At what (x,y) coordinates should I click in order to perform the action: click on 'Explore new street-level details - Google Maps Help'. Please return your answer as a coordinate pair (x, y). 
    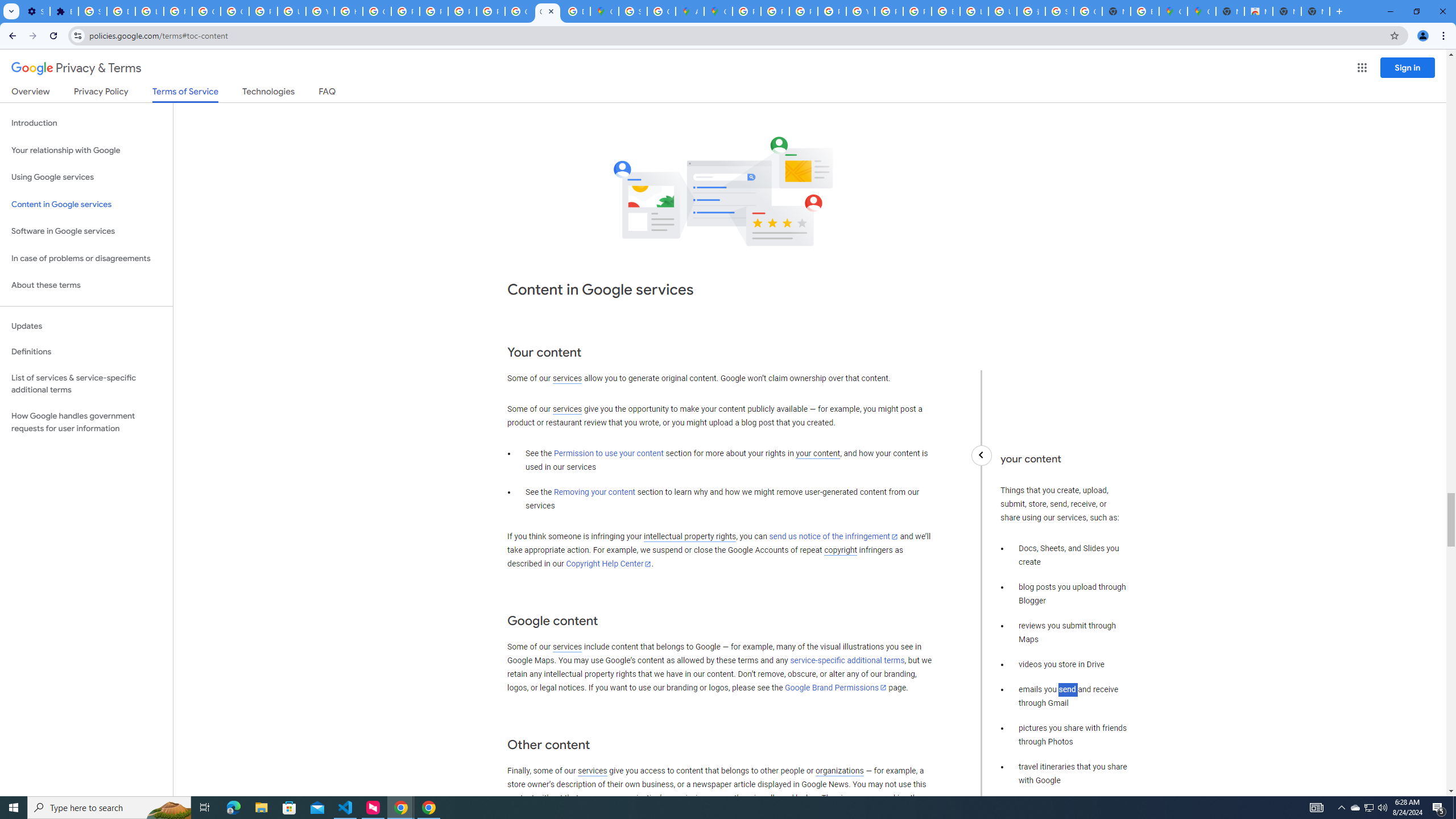
    Looking at the image, I should click on (1145, 11).